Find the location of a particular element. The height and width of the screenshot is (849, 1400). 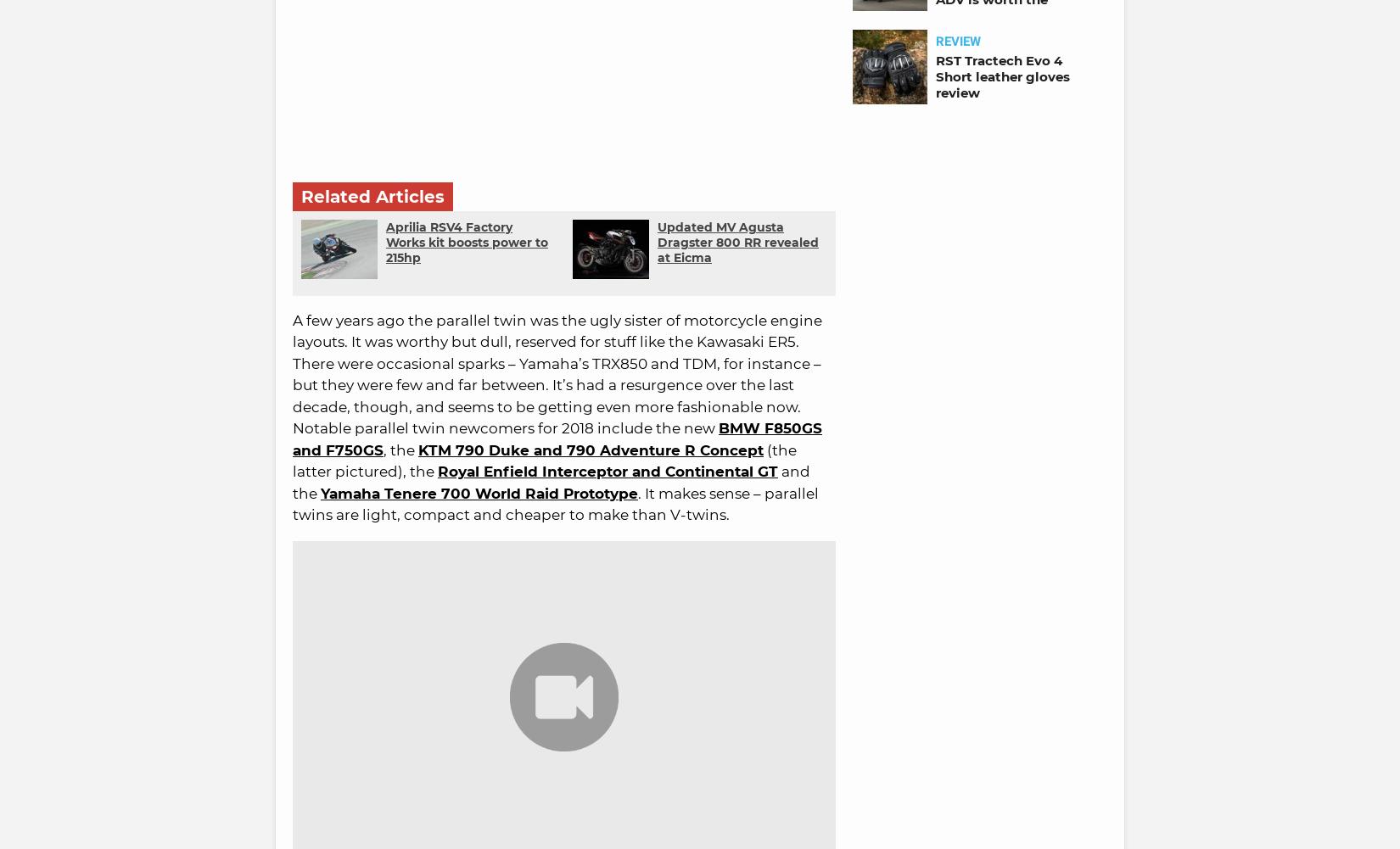

'RST Tractech Evo 4 Short leather gloves review' is located at coordinates (1003, 75).